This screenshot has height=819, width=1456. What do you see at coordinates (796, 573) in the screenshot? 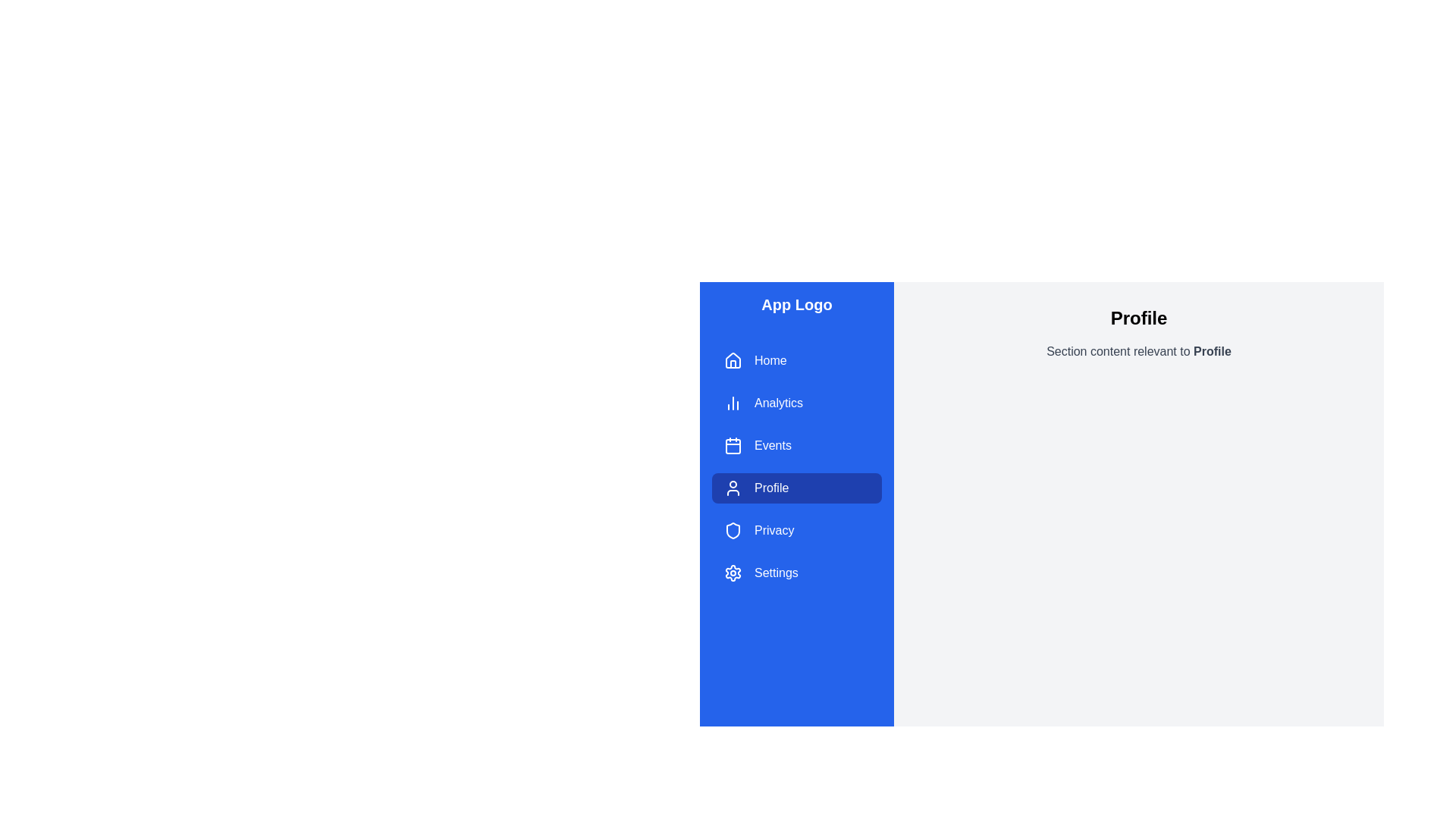
I see `the 'Settings' button in the vertical navigation menu for keyboard navigation` at bounding box center [796, 573].